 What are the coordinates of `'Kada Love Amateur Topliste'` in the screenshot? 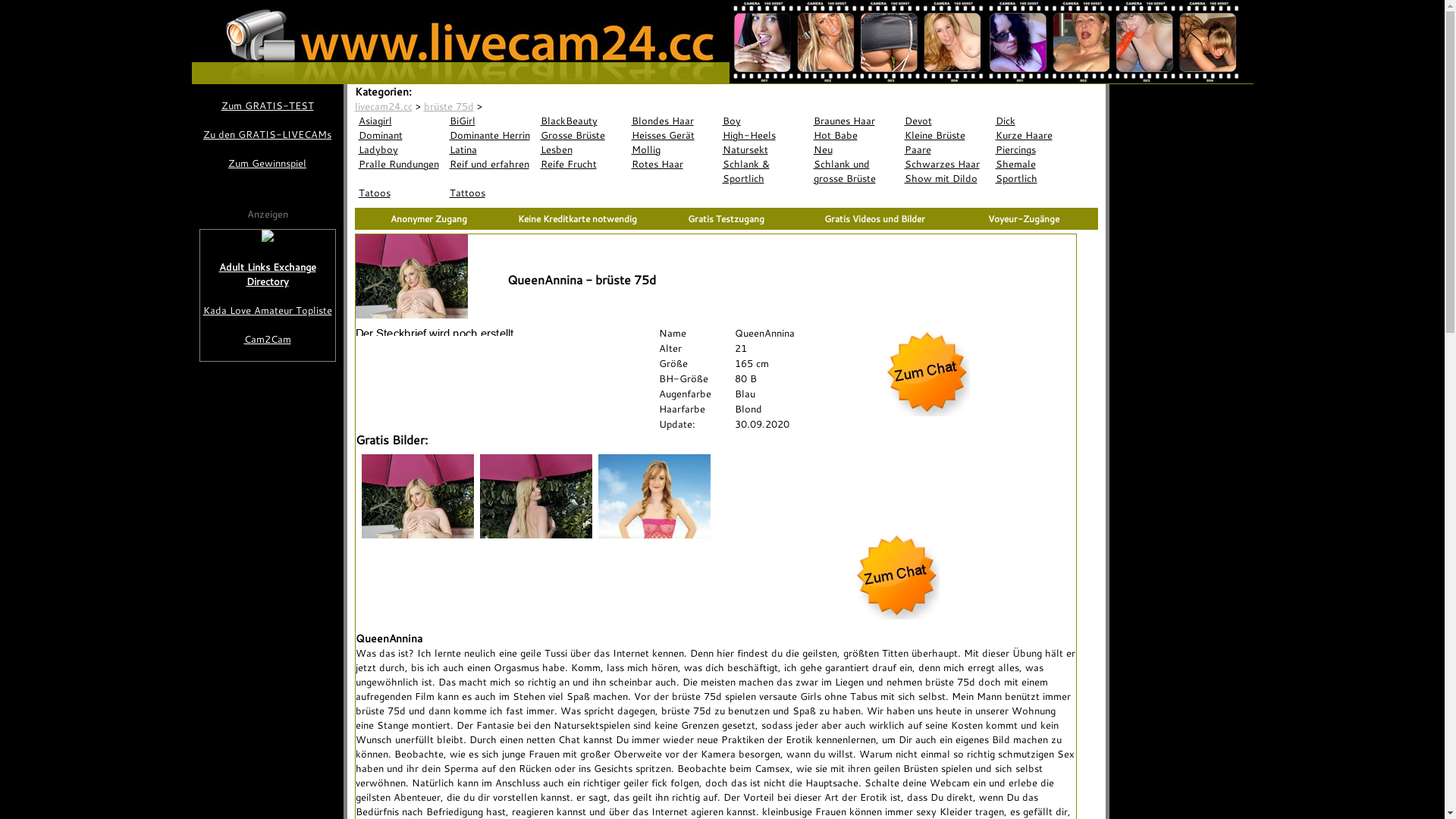 It's located at (268, 309).